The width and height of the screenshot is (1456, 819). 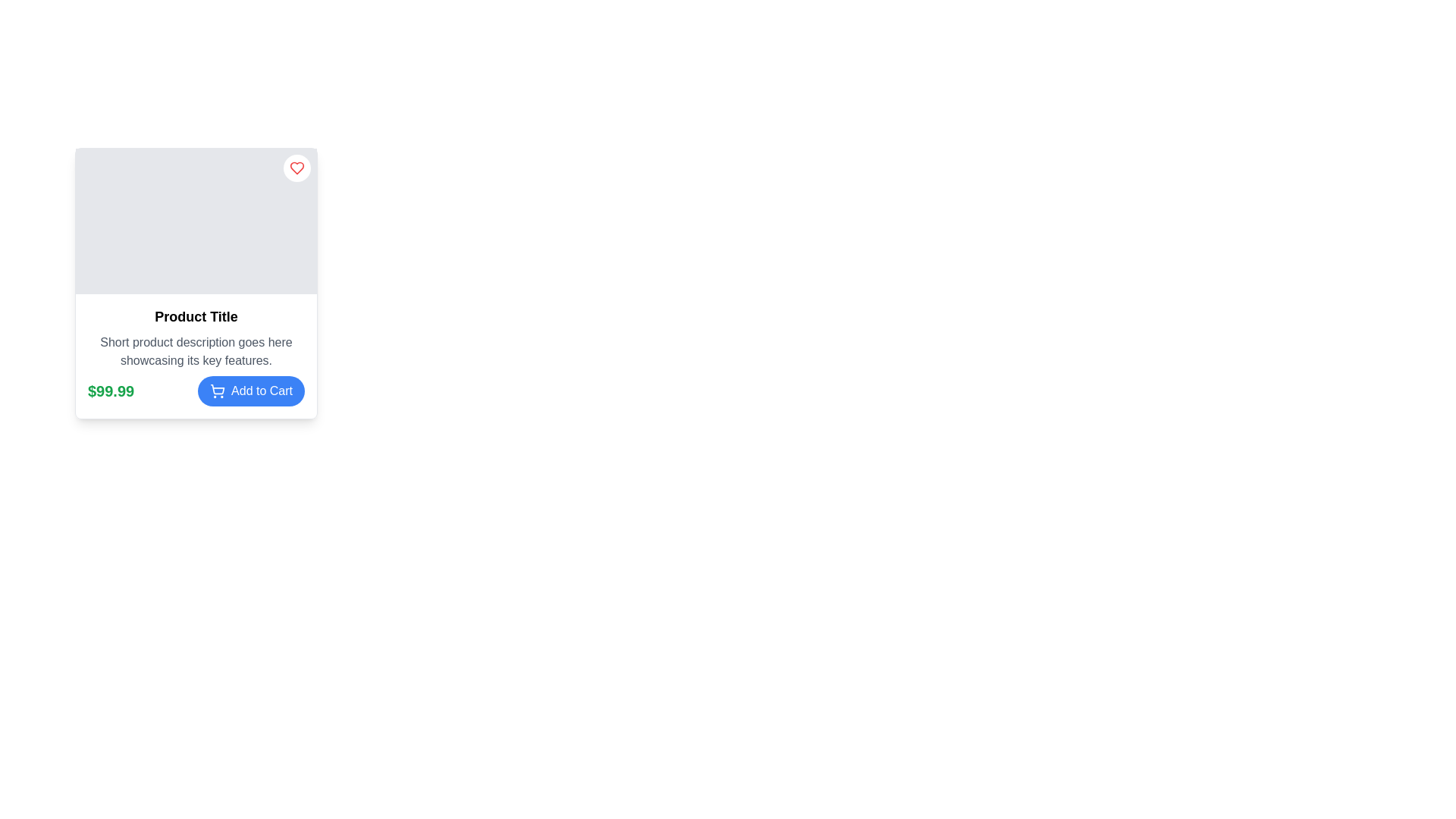 What do you see at coordinates (217, 391) in the screenshot?
I see `the small shopping cart icon with a blue background and white stroke details` at bounding box center [217, 391].